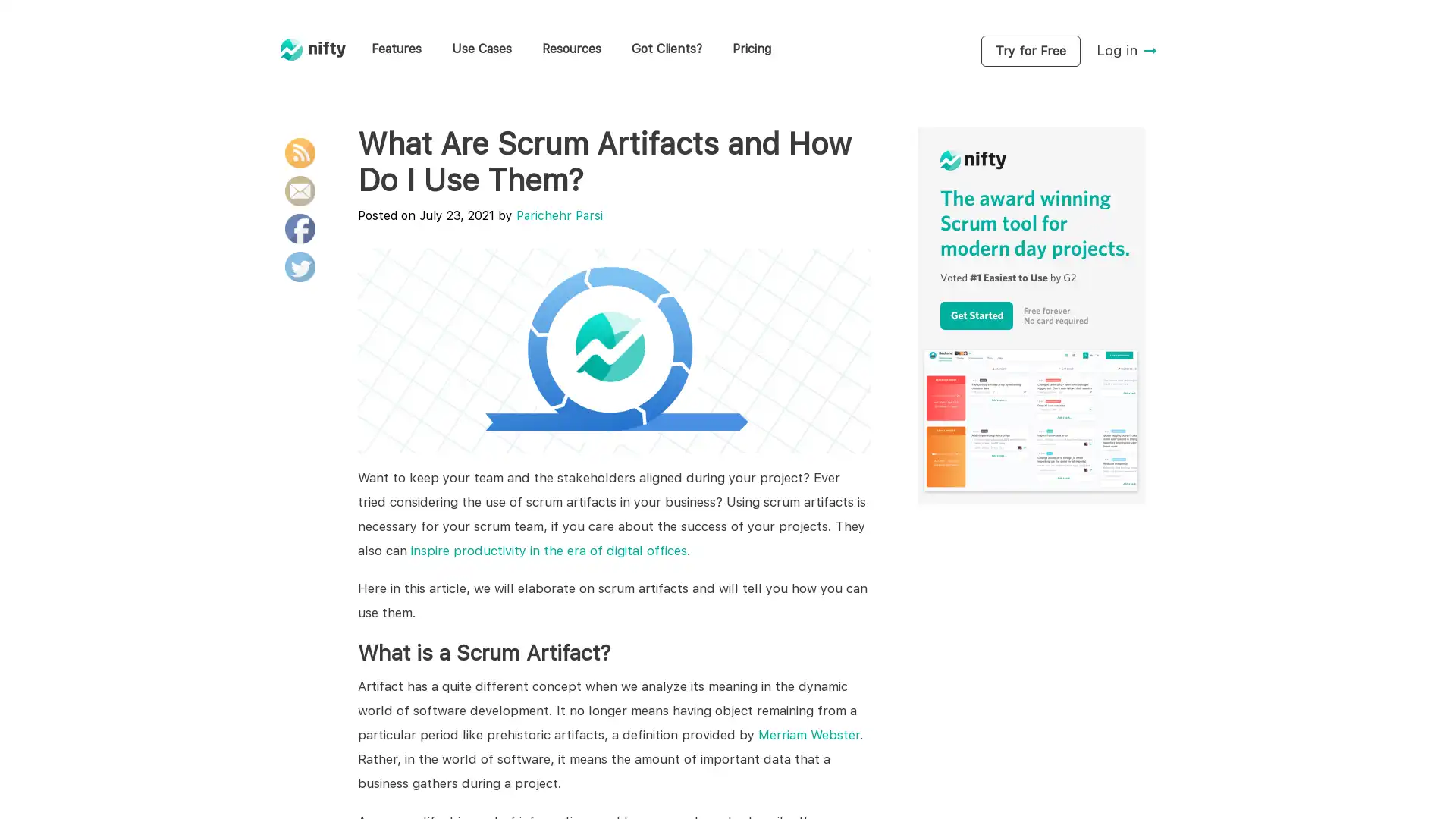 The height and width of the screenshot is (819, 1456). Describe the element at coordinates (1417, 780) in the screenshot. I see `Open Intercom Messenger` at that location.